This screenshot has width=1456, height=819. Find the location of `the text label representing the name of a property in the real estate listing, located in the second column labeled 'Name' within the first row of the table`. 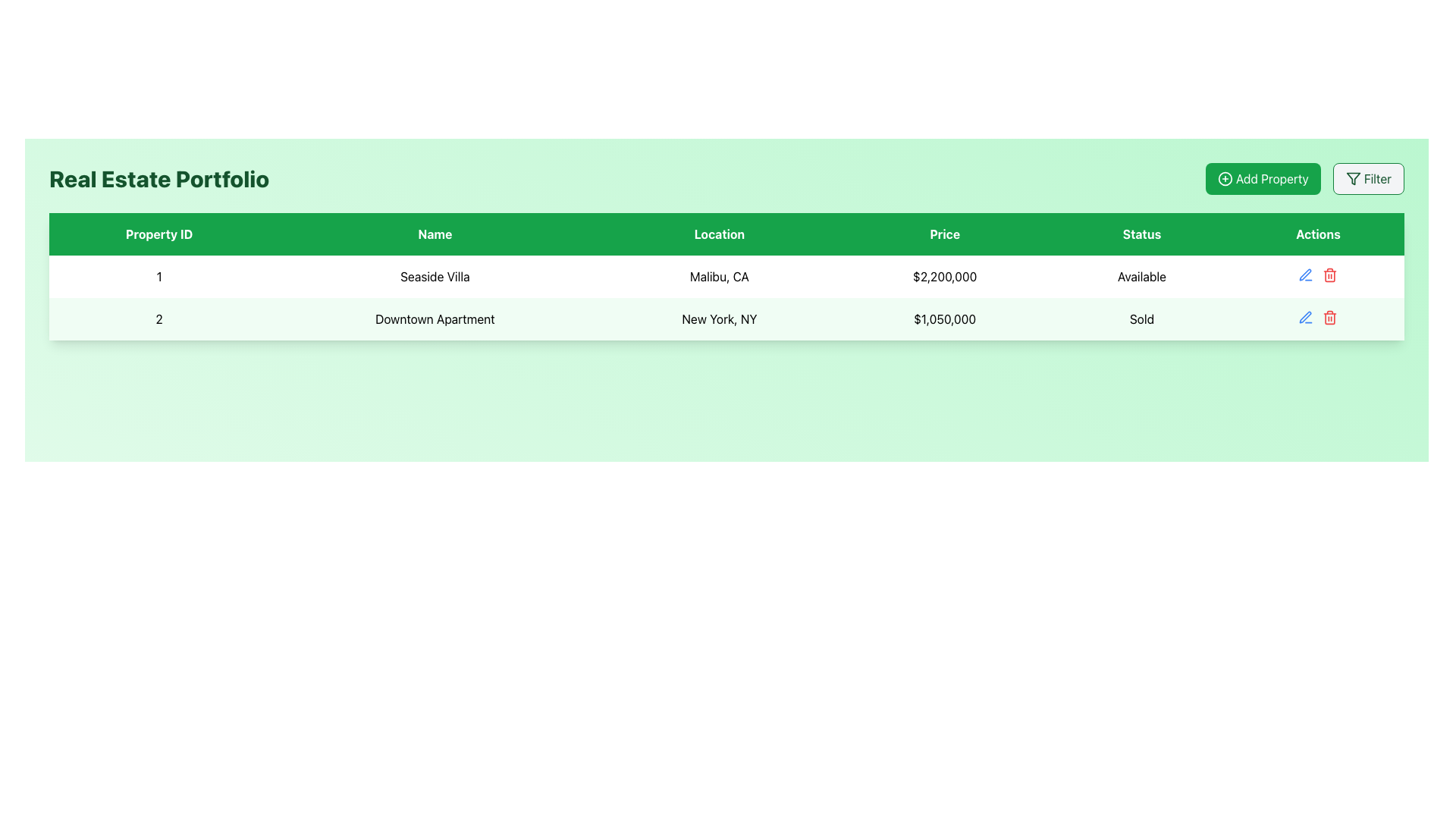

the text label representing the name of a property in the real estate listing, located in the second column labeled 'Name' within the first row of the table is located at coordinates (434, 277).